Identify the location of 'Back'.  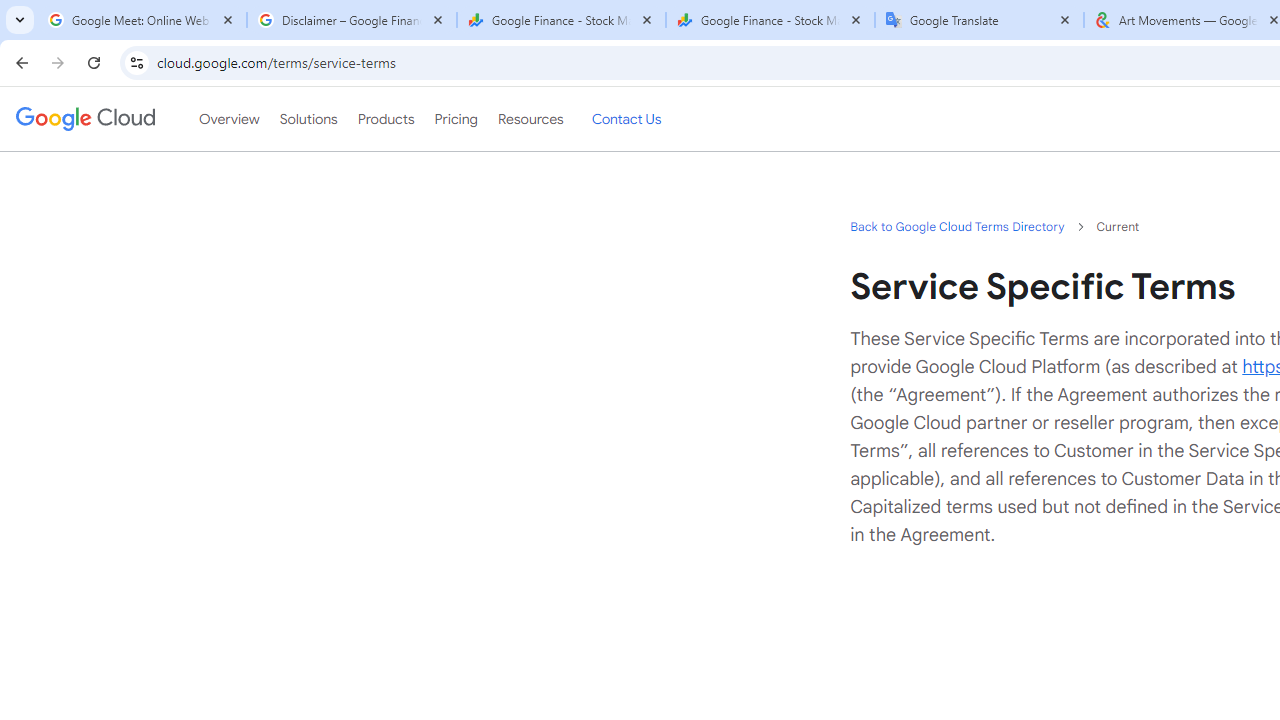
(19, 61).